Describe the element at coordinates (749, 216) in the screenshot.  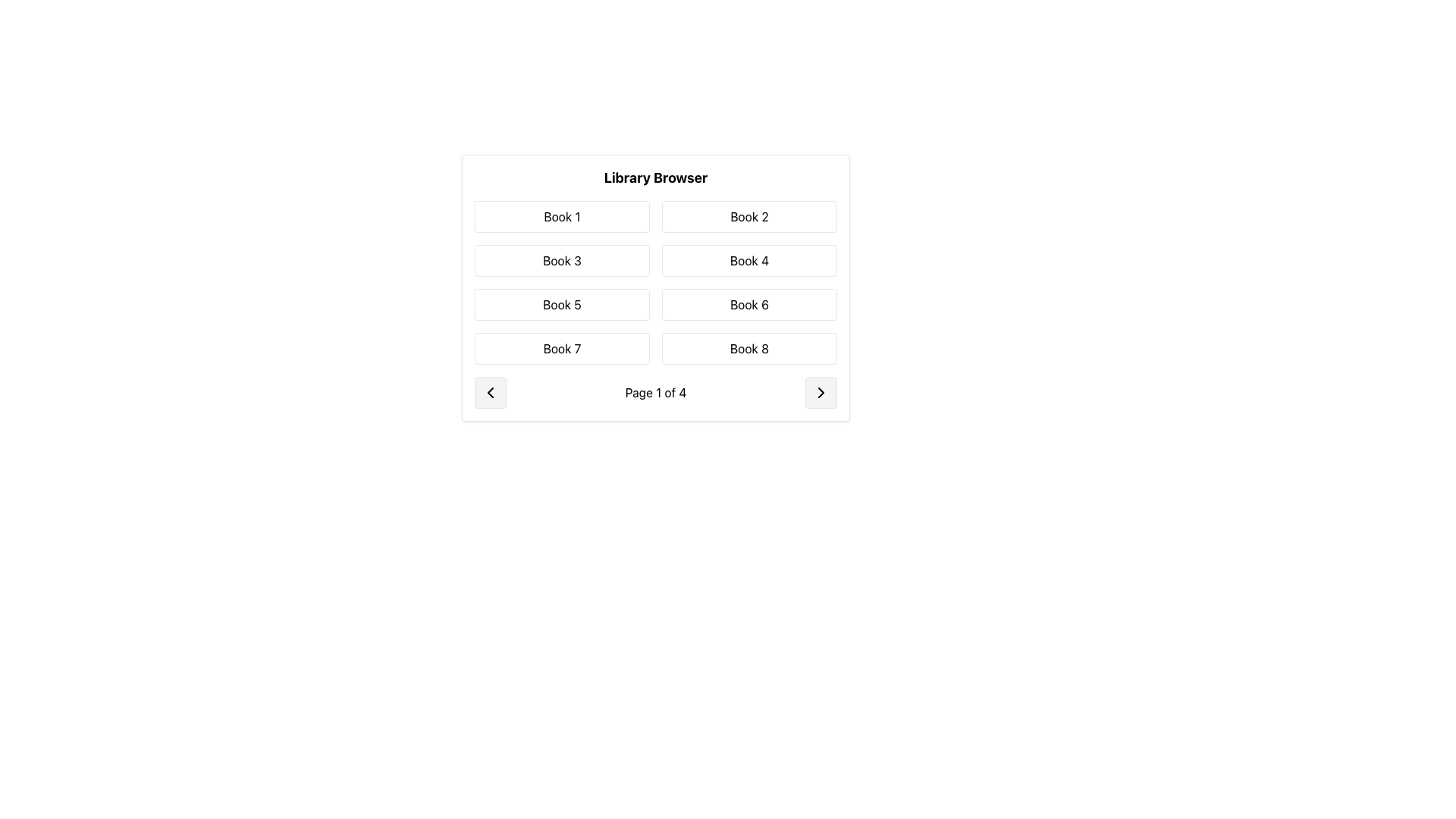
I see `the button representing 'Book 2' in the Library Browser to trigger a style change` at that location.